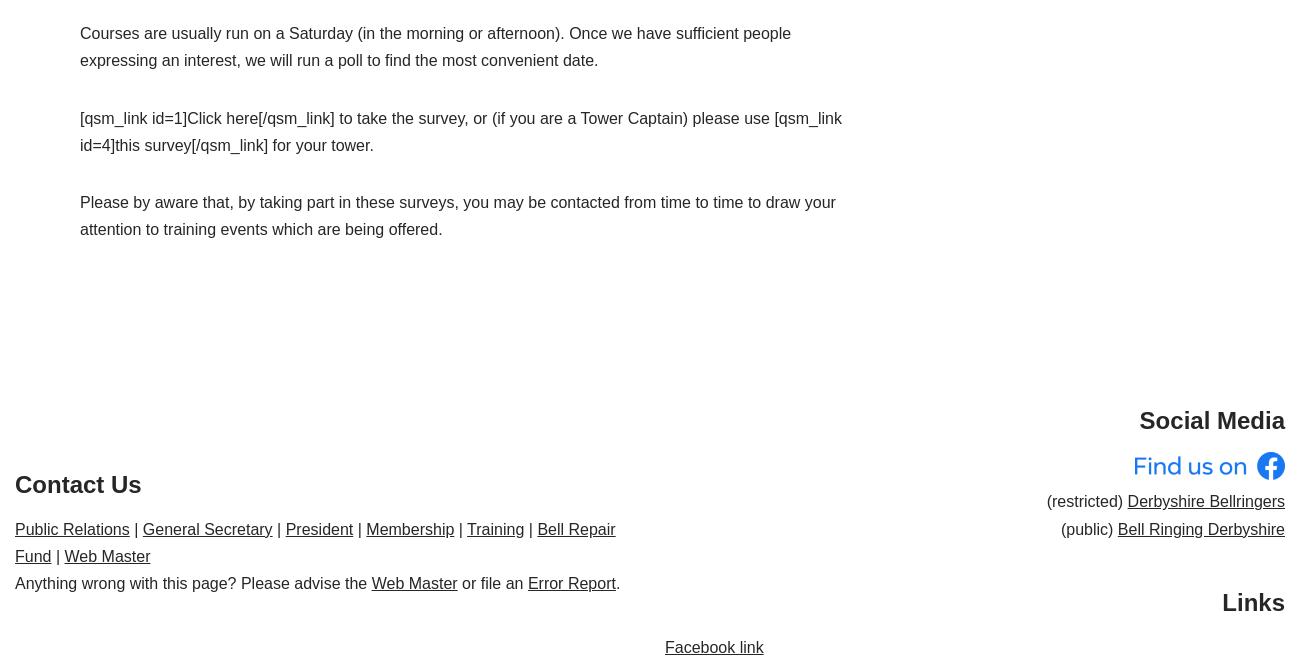 The height and width of the screenshot is (668, 1300). What do you see at coordinates (1085, 501) in the screenshot?
I see `'(restricted)'` at bounding box center [1085, 501].